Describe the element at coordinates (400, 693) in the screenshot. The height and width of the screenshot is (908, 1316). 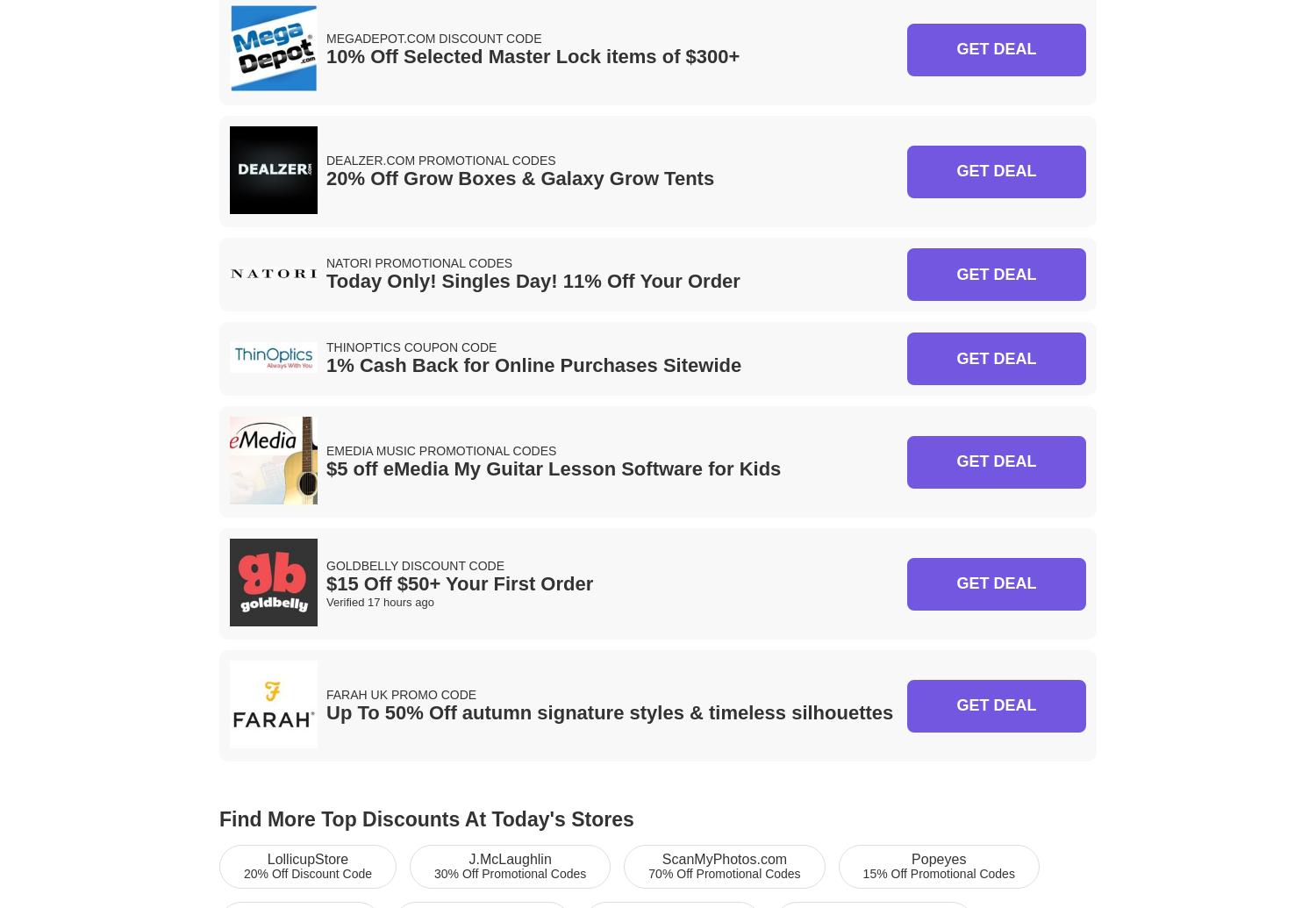
I see `'Farah UK Promo Code'` at that location.